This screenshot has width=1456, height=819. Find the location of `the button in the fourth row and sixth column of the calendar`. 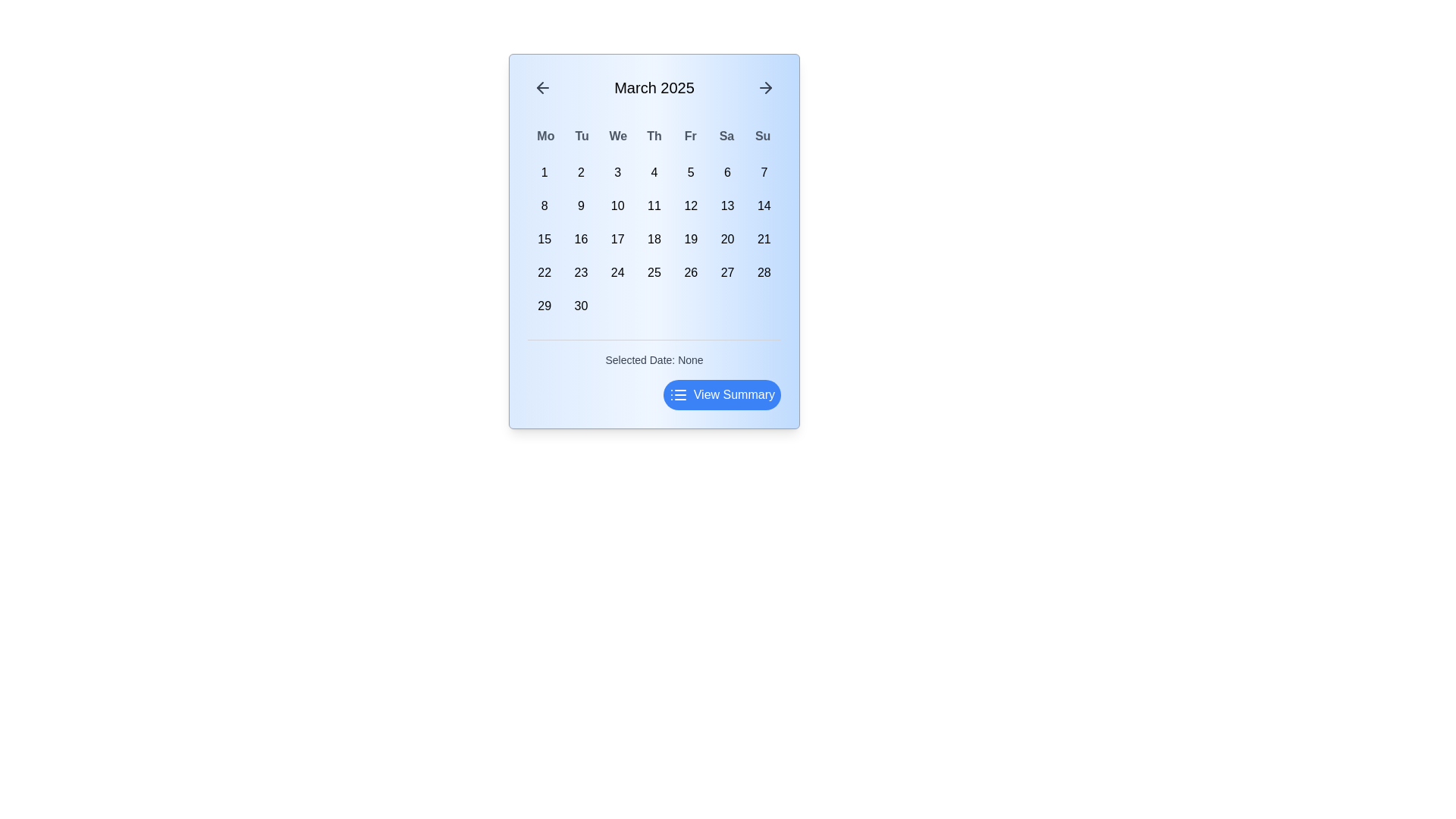

the button in the fourth row and sixth column of the calendar is located at coordinates (690, 271).